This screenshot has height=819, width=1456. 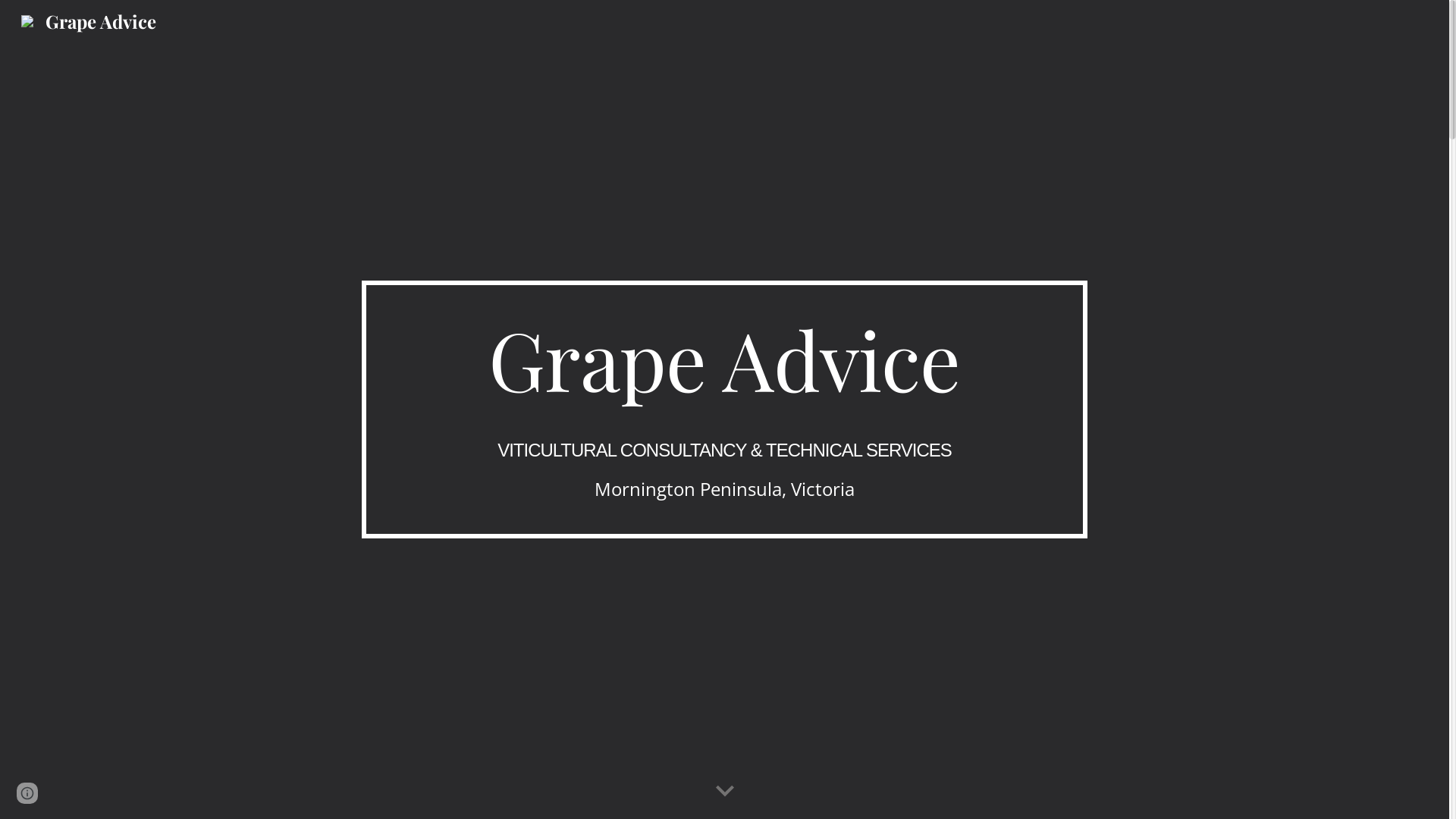 What do you see at coordinates (87, 17) in the screenshot?
I see `'Grape Advice'` at bounding box center [87, 17].